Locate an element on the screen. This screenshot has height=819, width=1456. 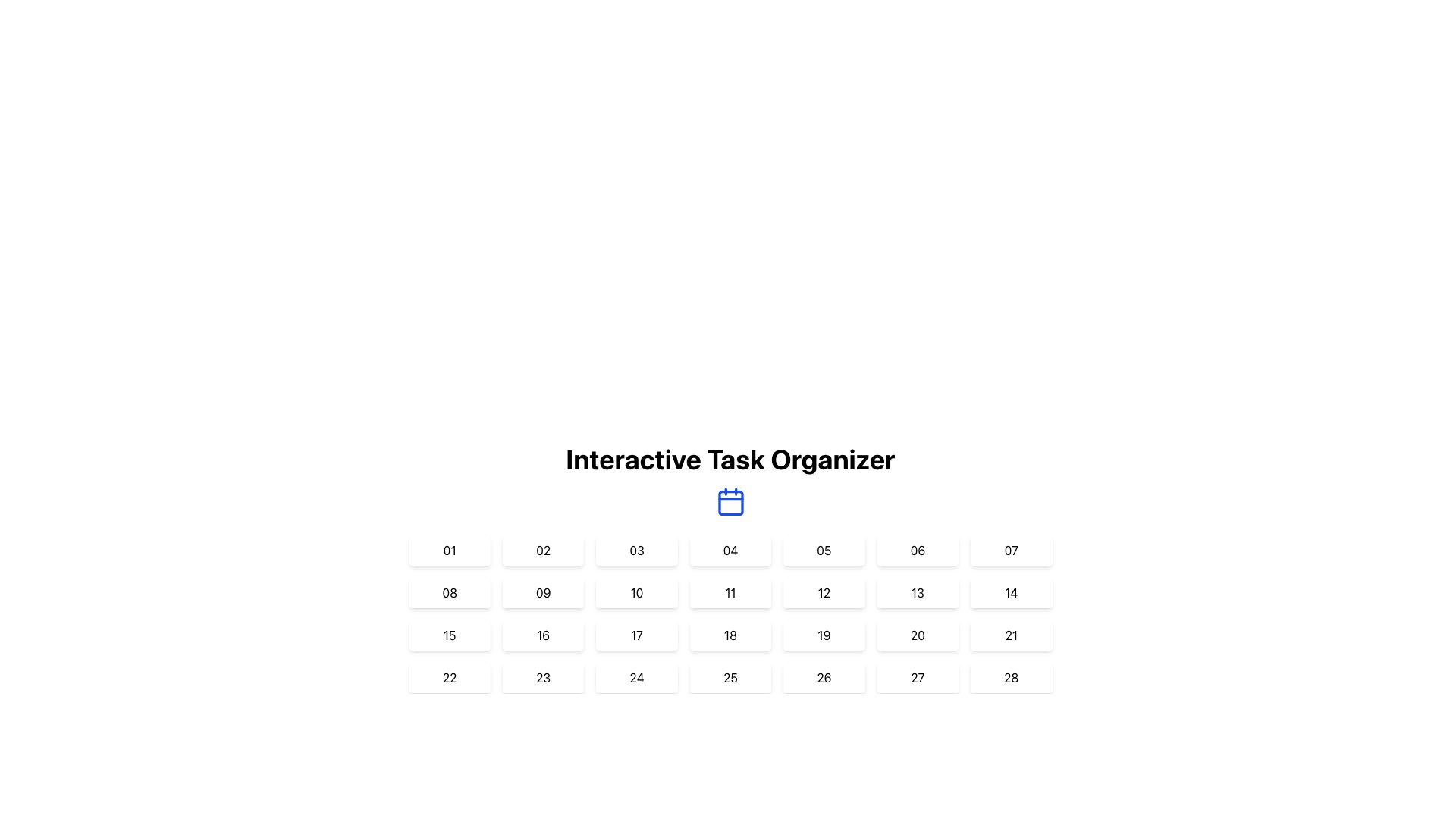
the rectangular-shaped button labeled '04' with a light gray background, which is positioned in the first row and fourth column of the grid is located at coordinates (730, 550).